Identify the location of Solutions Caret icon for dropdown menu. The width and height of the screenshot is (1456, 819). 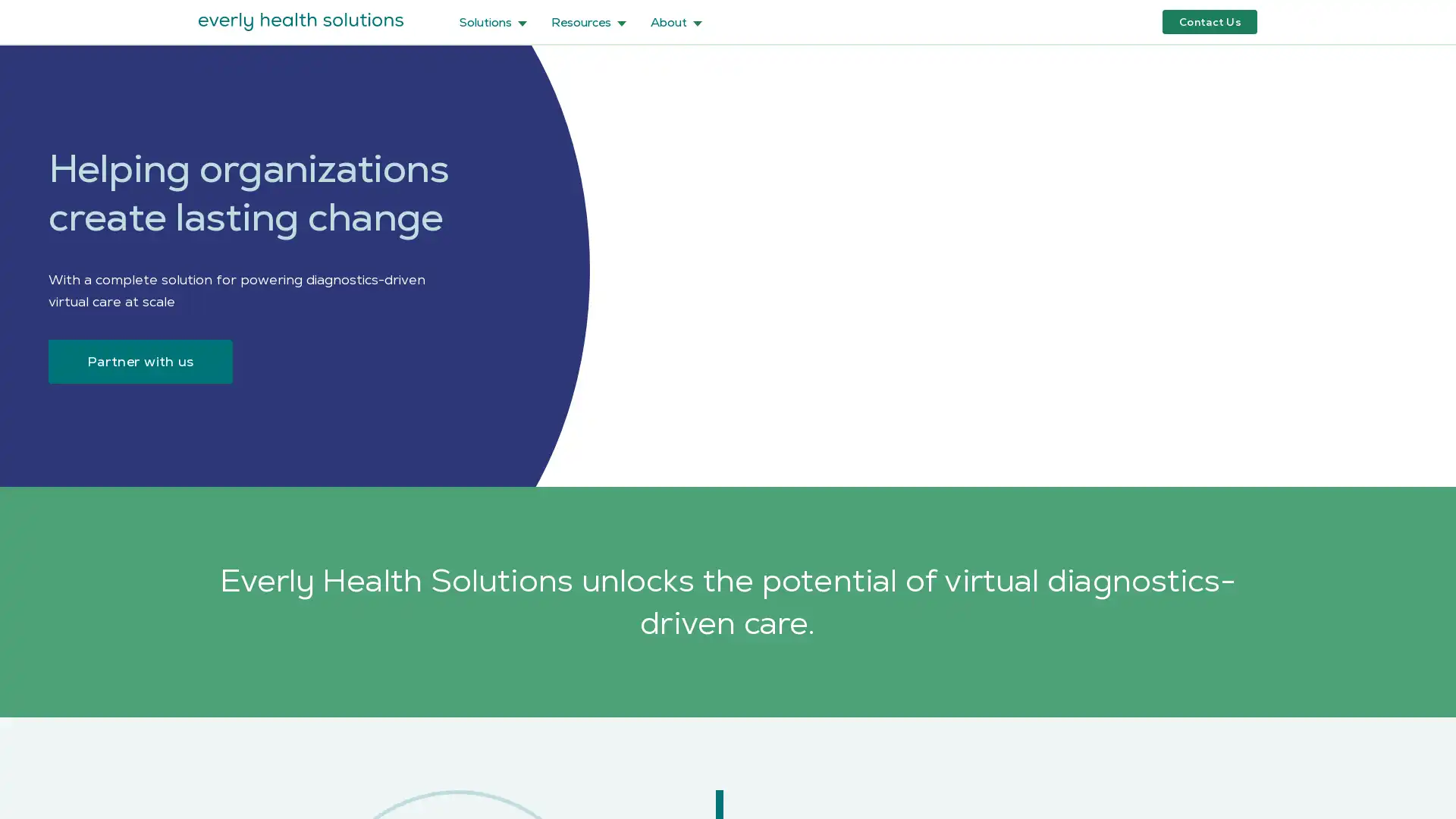
(493, 21).